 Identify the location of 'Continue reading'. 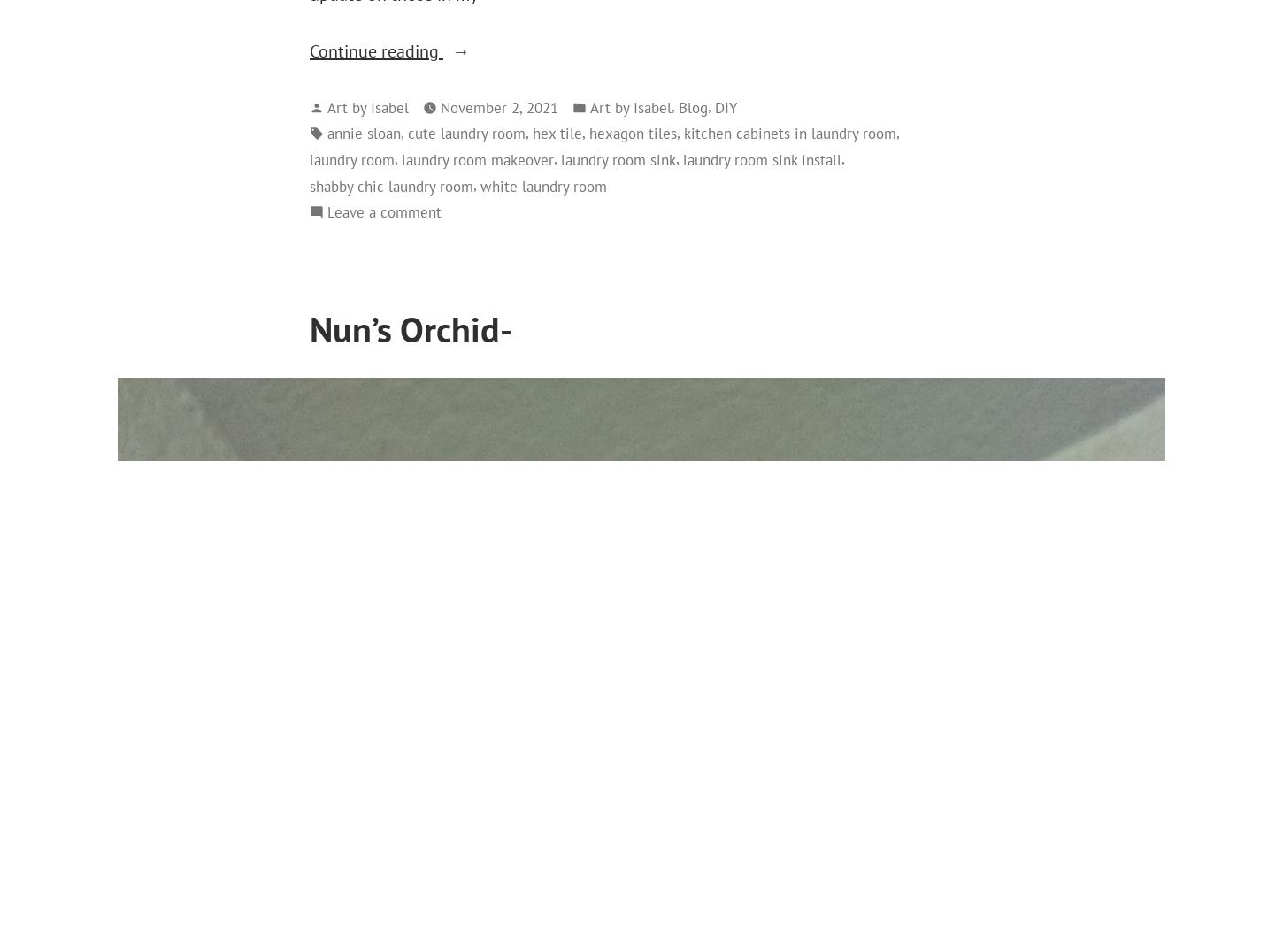
(310, 50).